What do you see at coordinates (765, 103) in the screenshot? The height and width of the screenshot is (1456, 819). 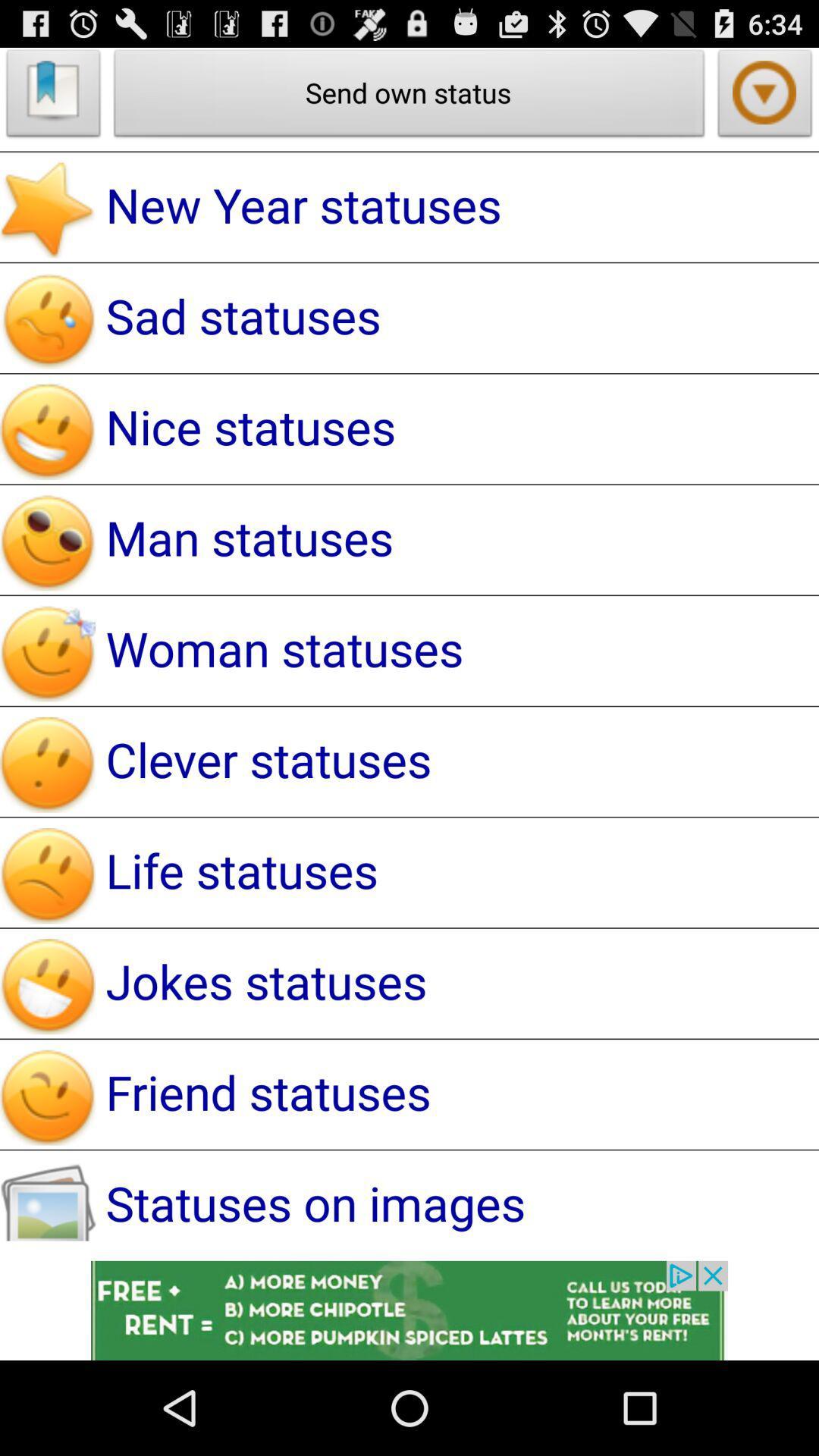 I see `the arrow_downward icon` at bounding box center [765, 103].